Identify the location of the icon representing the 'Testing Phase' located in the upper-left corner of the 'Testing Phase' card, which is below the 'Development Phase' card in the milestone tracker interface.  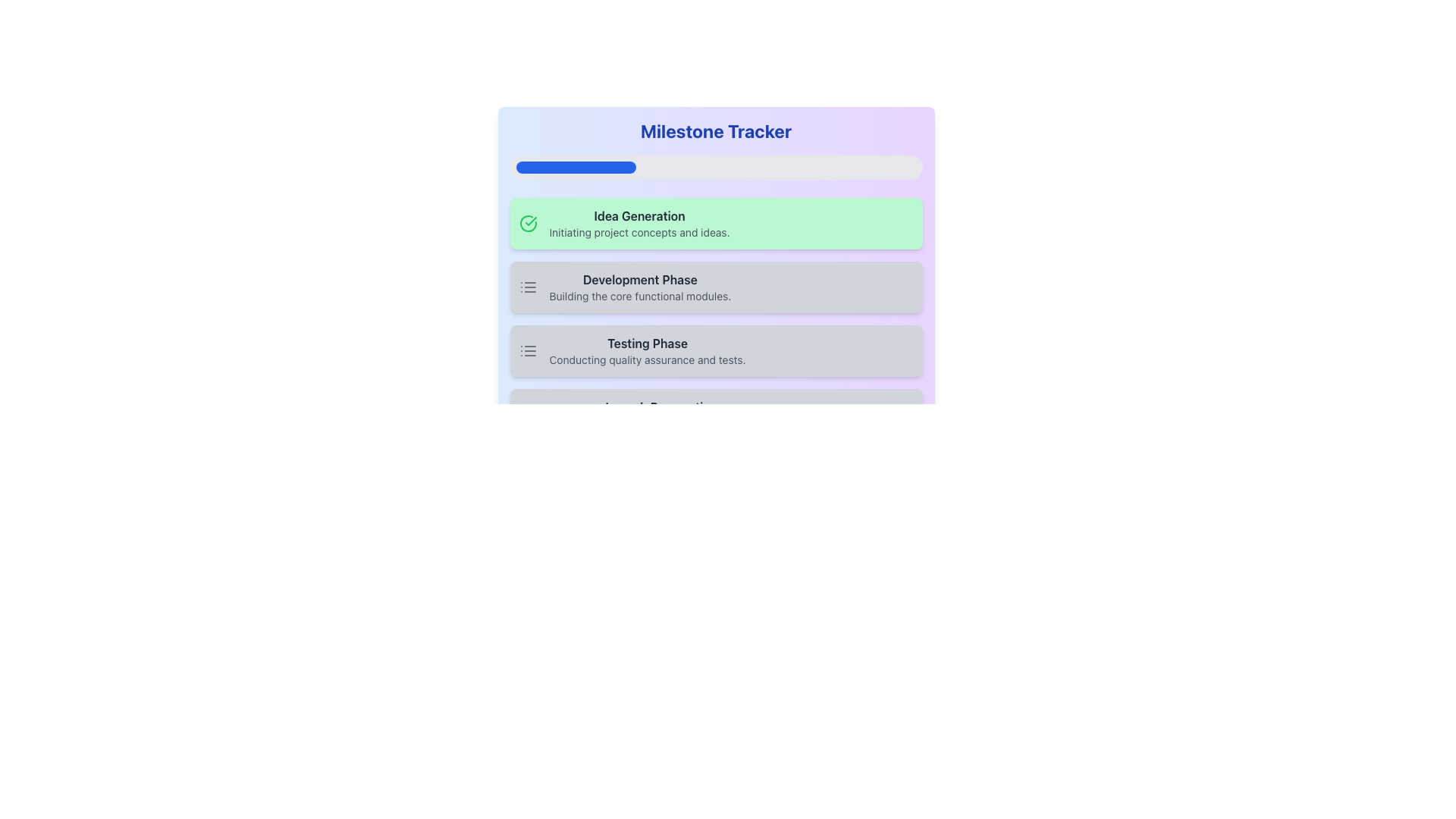
(528, 350).